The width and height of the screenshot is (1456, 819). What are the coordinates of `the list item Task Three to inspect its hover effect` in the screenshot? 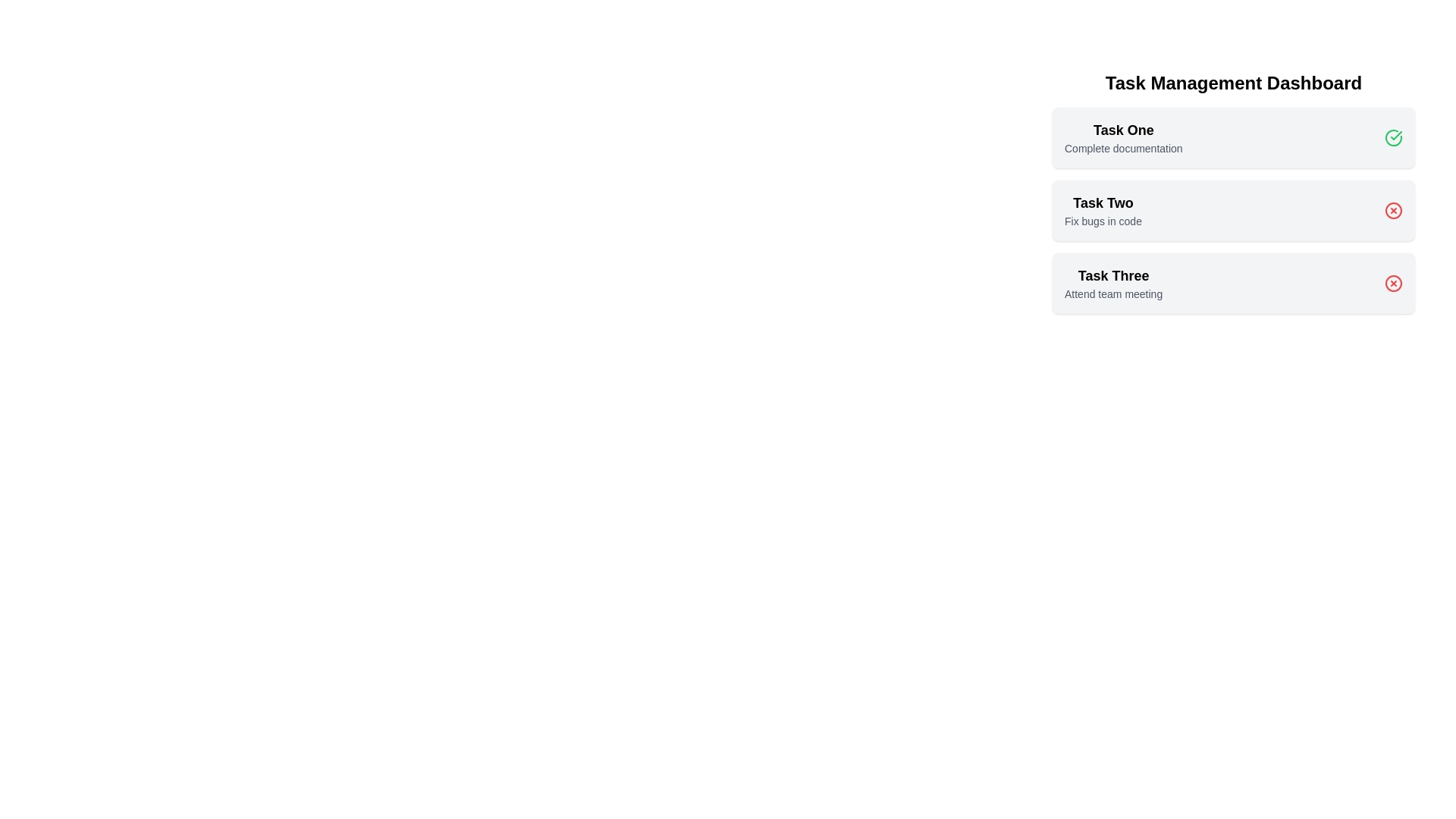 It's located at (1113, 284).